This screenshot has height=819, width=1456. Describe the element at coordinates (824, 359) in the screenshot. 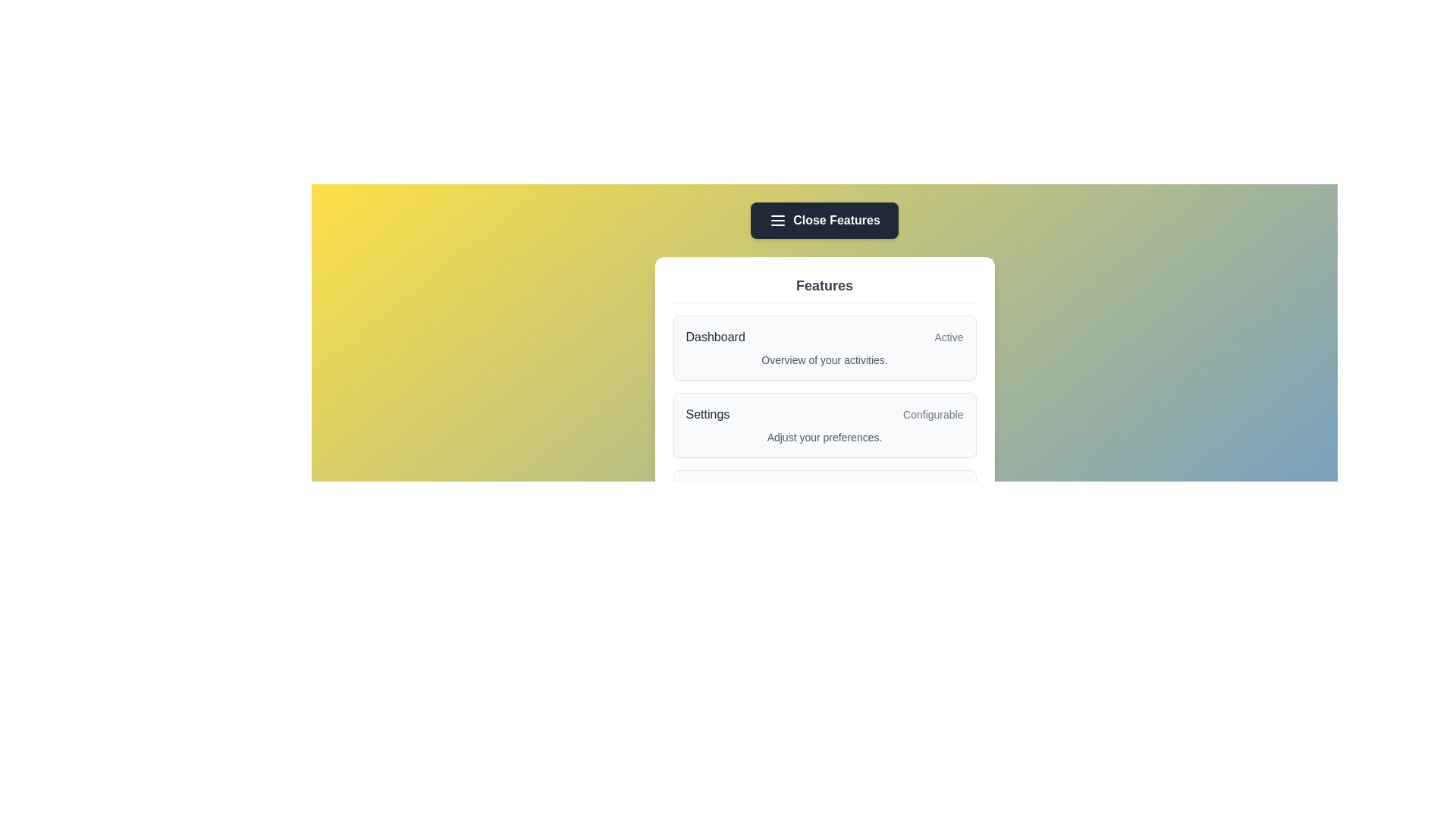

I see `the static text element that reads 'Overview of your activities', which is styled with a smaller font size and grey color, located below the 'Dashboard' title within a card-like section` at that location.